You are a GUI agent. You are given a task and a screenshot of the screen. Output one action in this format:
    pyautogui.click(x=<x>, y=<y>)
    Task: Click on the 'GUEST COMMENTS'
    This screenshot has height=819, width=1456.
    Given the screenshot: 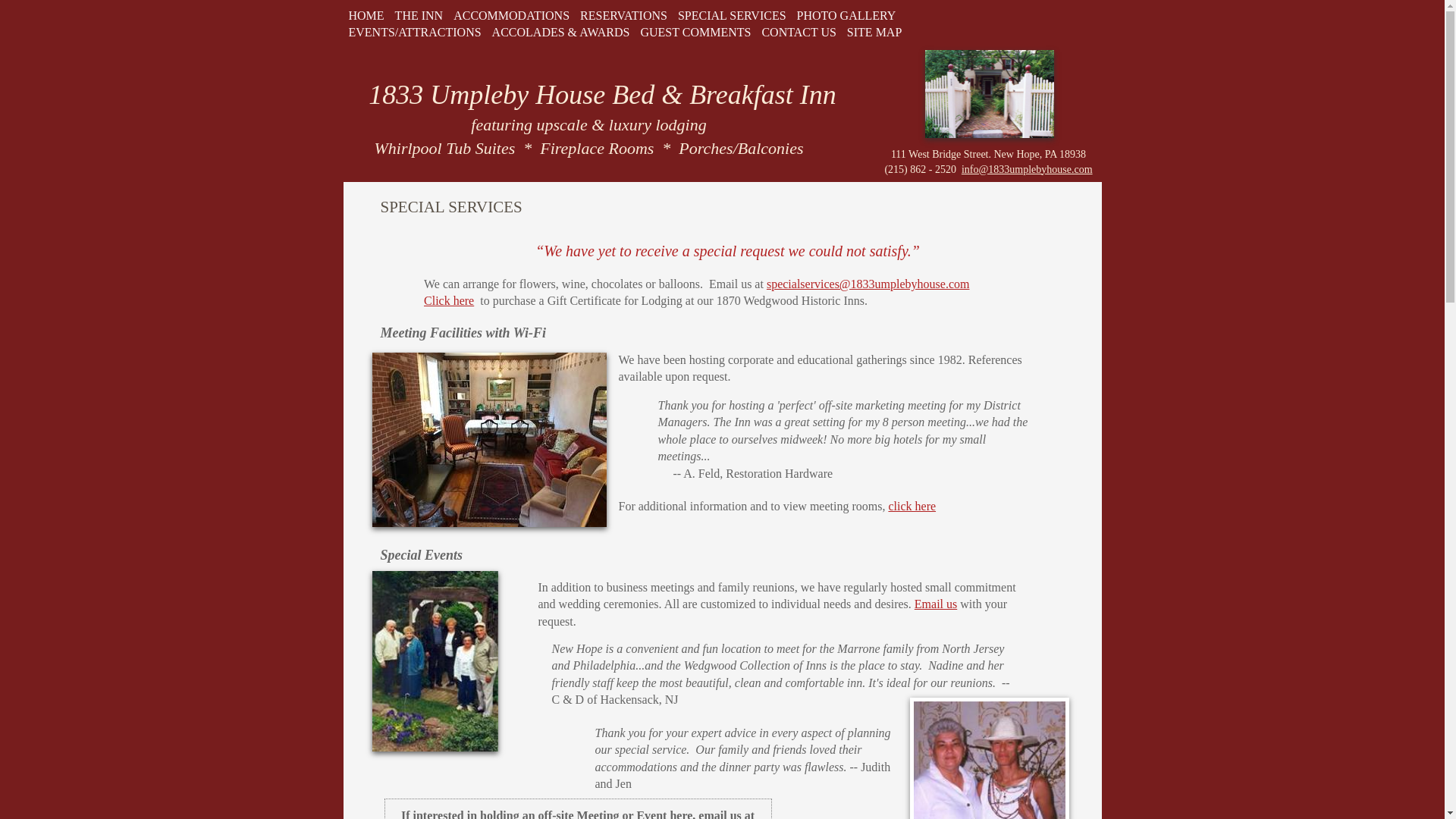 What is the action you would take?
    pyautogui.click(x=694, y=32)
    